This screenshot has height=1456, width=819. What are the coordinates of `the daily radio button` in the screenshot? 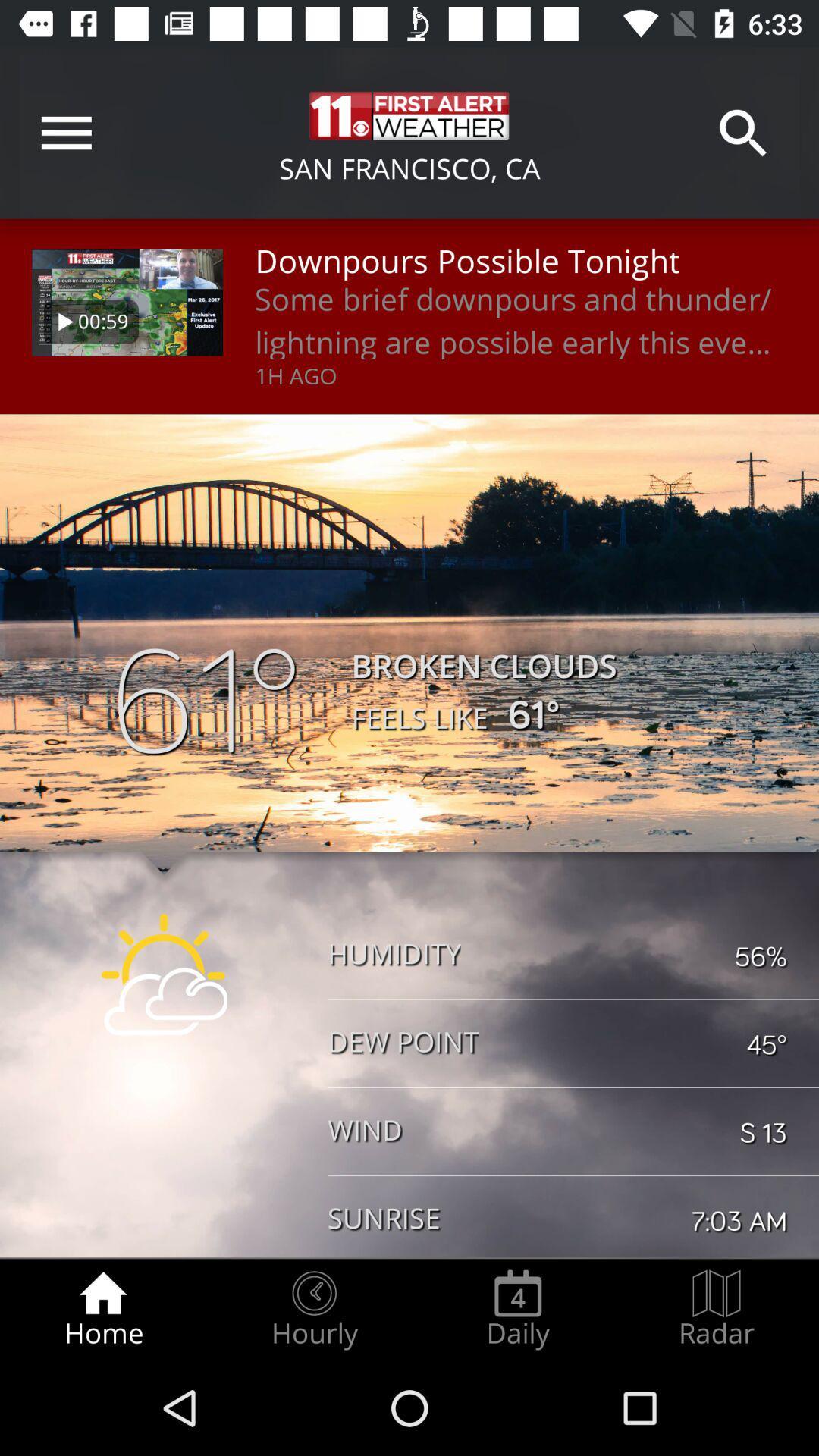 It's located at (517, 1309).